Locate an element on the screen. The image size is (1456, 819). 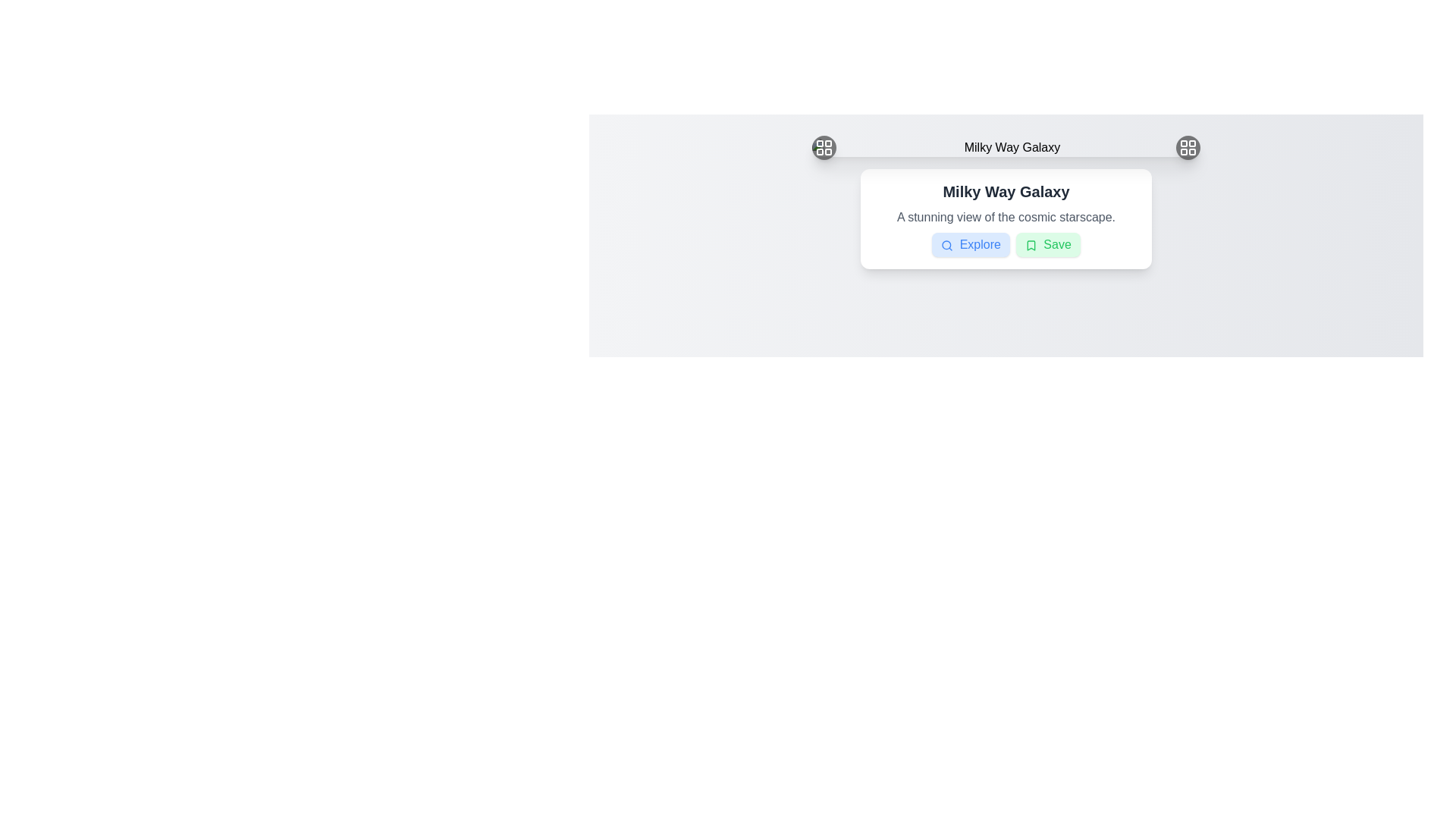
the grid icon located on the left edge of the horizontal header is located at coordinates (823, 148).